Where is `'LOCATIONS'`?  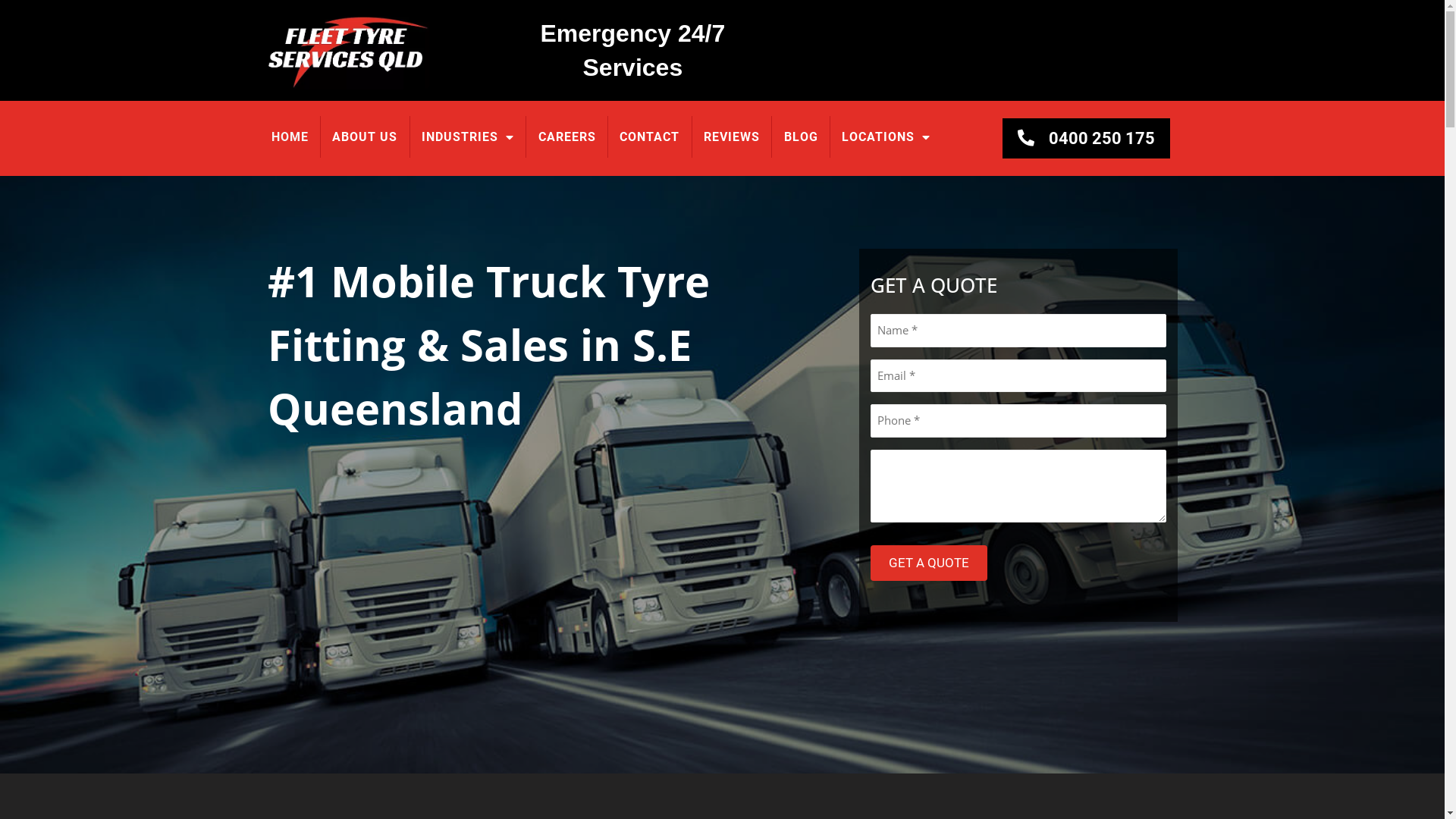 'LOCATIONS' is located at coordinates (886, 136).